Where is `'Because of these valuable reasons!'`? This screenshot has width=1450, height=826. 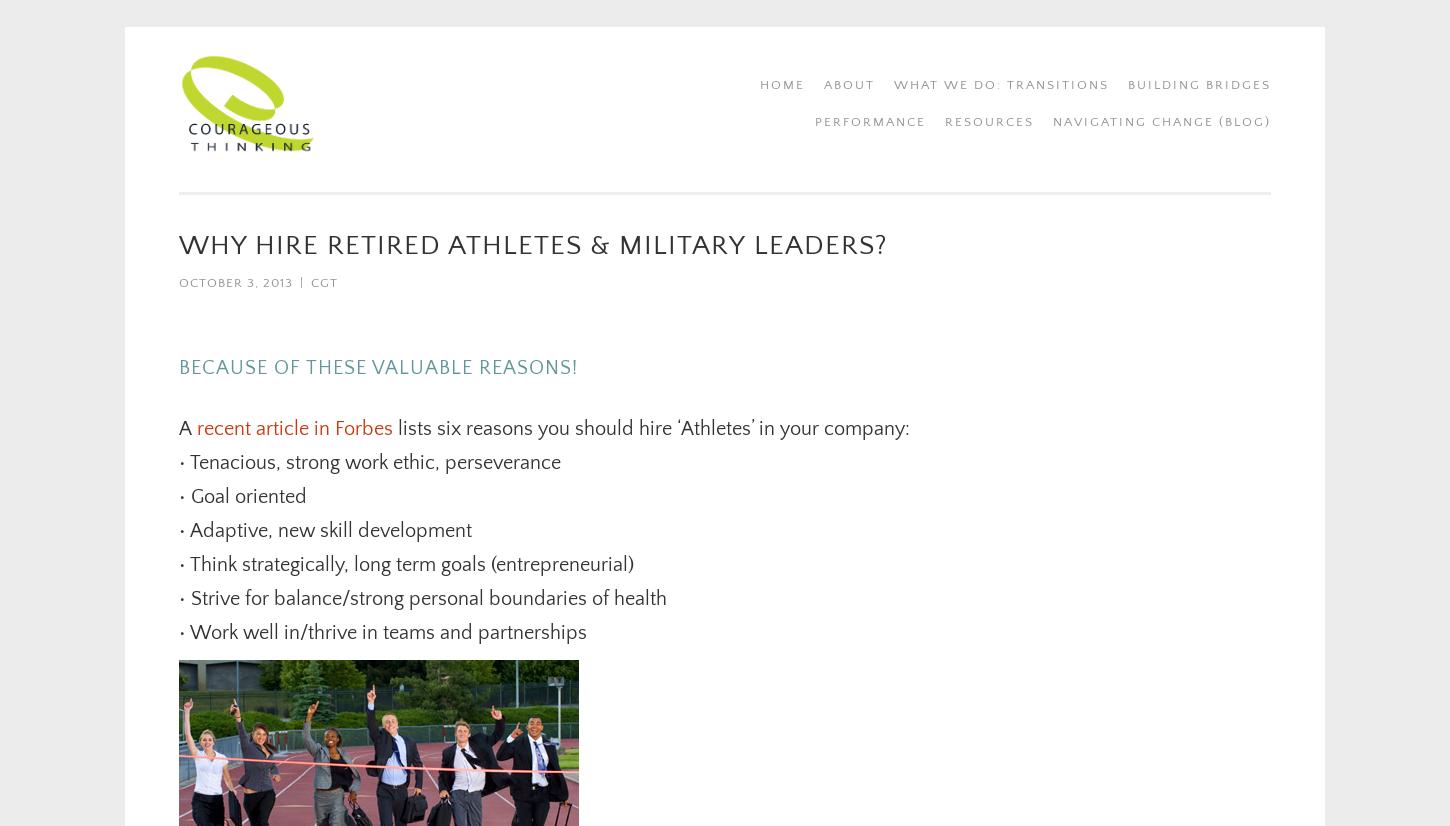
'Because of these valuable reasons!' is located at coordinates (377, 367).